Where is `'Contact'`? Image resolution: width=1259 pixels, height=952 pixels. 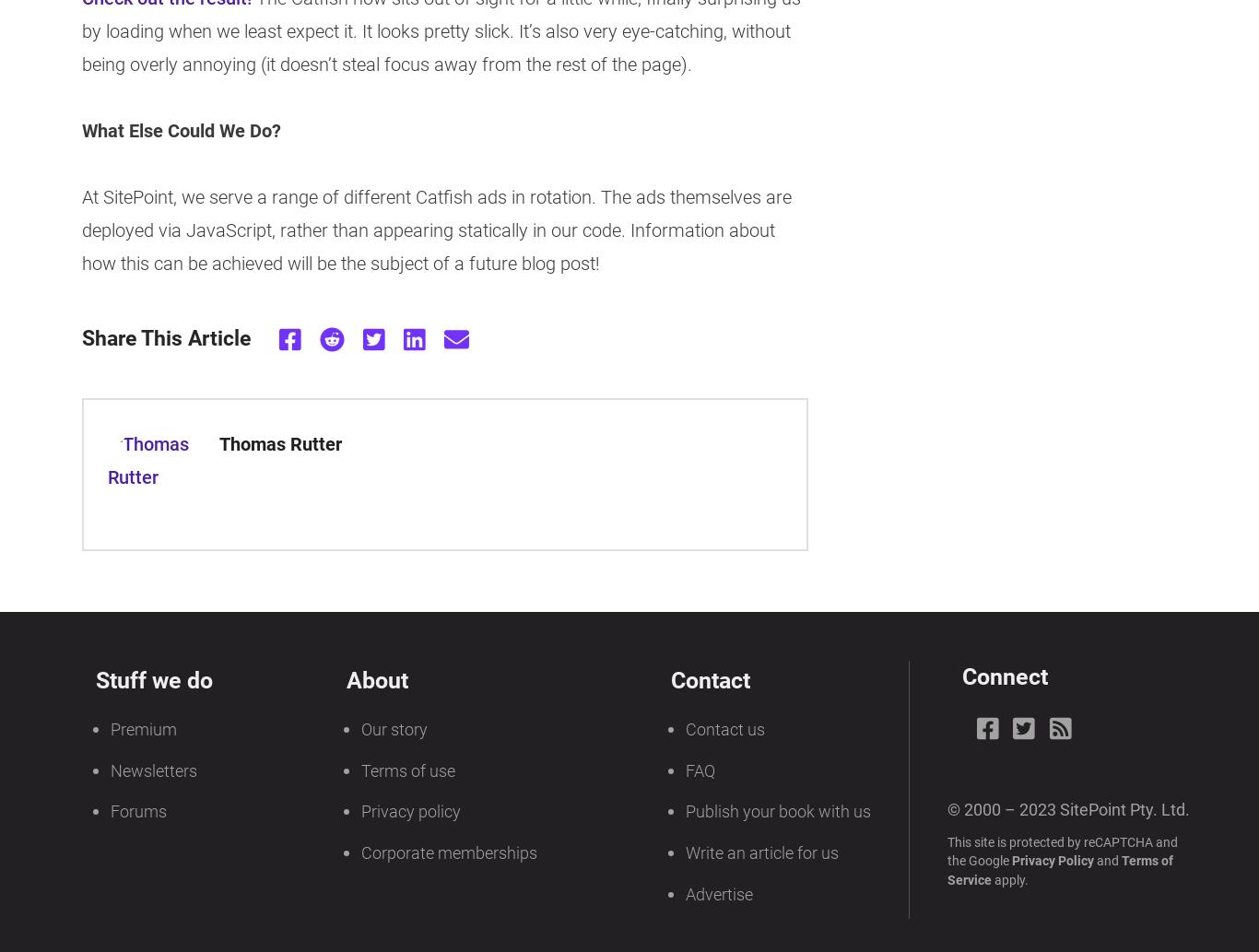
'Contact' is located at coordinates (710, 679).